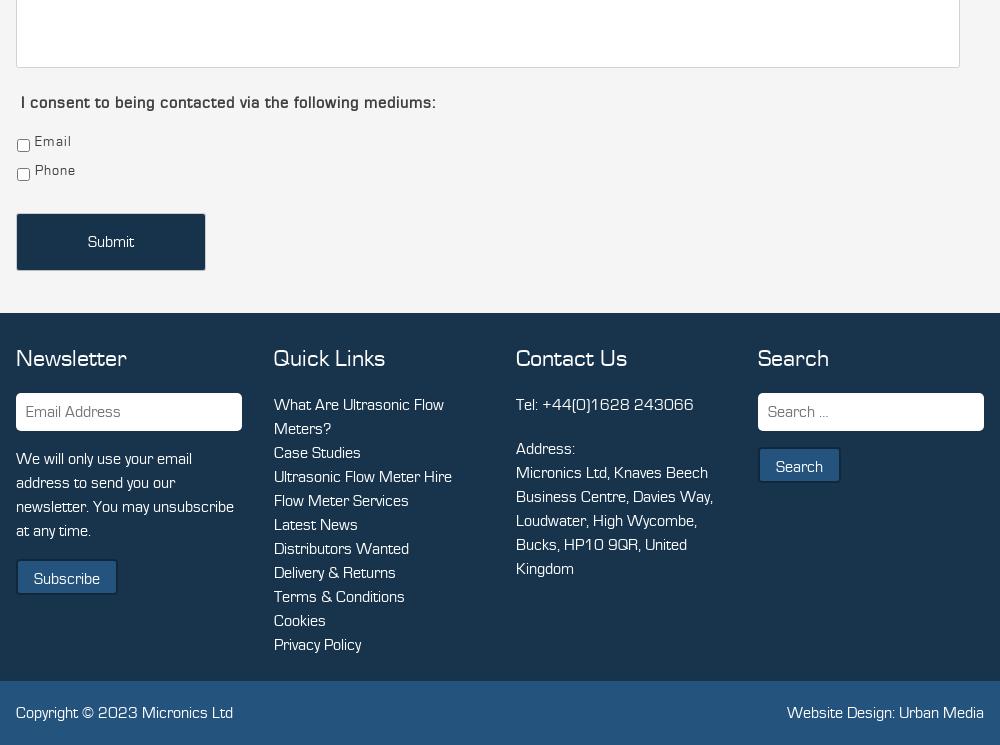 The image size is (1000, 745). What do you see at coordinates (316, 644) in the screenshot?
I see `'Privacy Policy'` at bounding box center [316, 644].